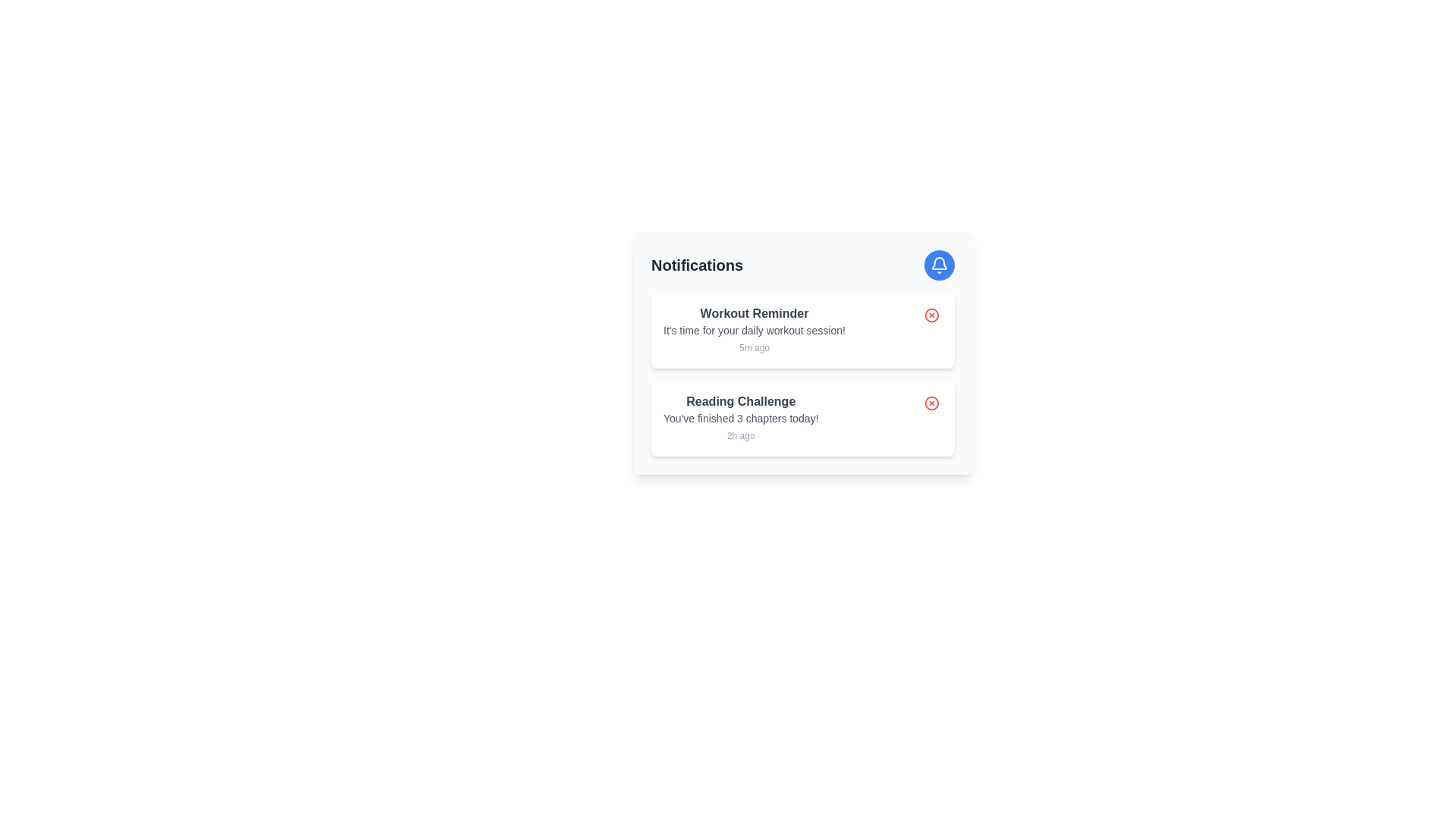 The image size is (1456, 819). Describe the element at coordinates (754, 329) in the screenshot. I see `the TextLabel element that reads 'It's time for your daily workout session!' which is located below the heading 'Workout Reminder' in the notification card` at that location.